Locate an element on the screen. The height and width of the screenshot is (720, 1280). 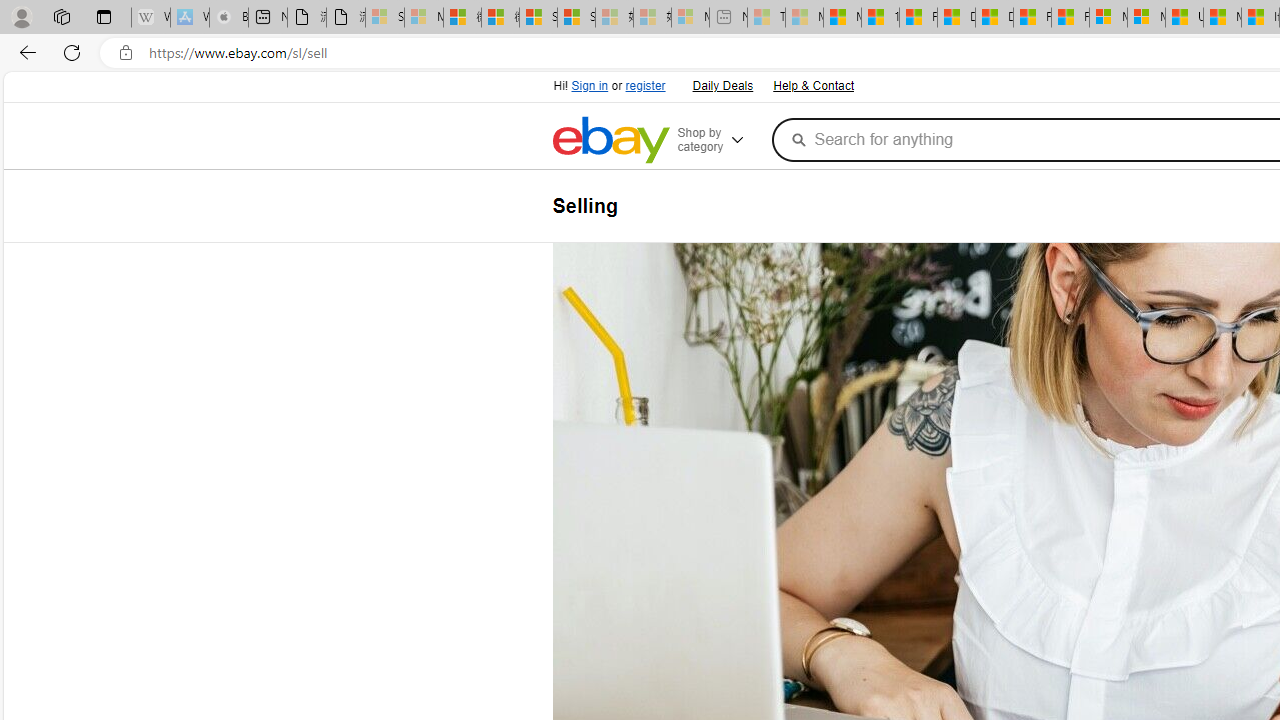
'Microsoft Services Agreement - Sleeping' is located at coordinates (422, 17).